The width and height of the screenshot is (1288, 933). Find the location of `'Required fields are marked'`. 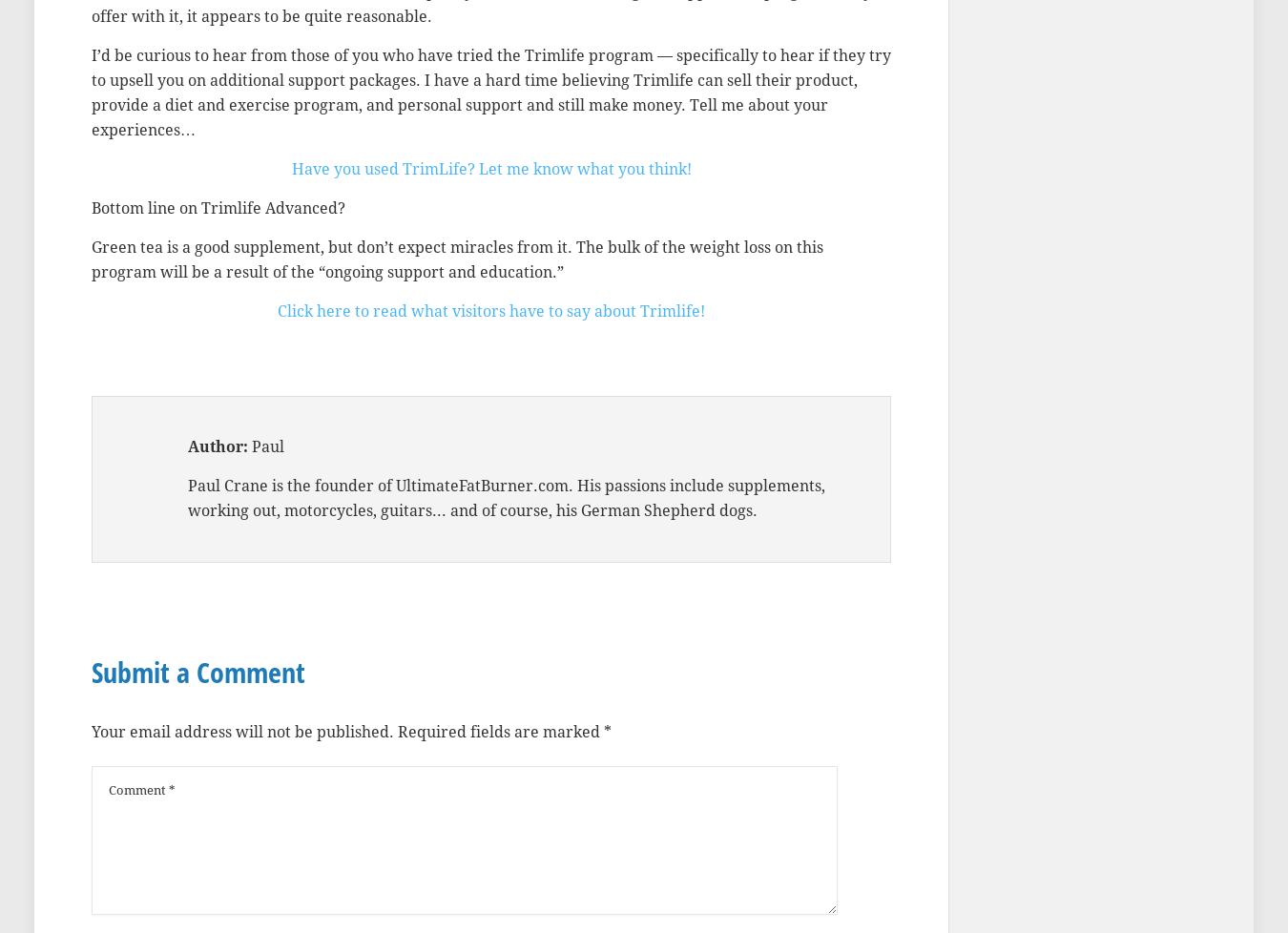

'Required fields are marked' is located at coordinates (398, 731).